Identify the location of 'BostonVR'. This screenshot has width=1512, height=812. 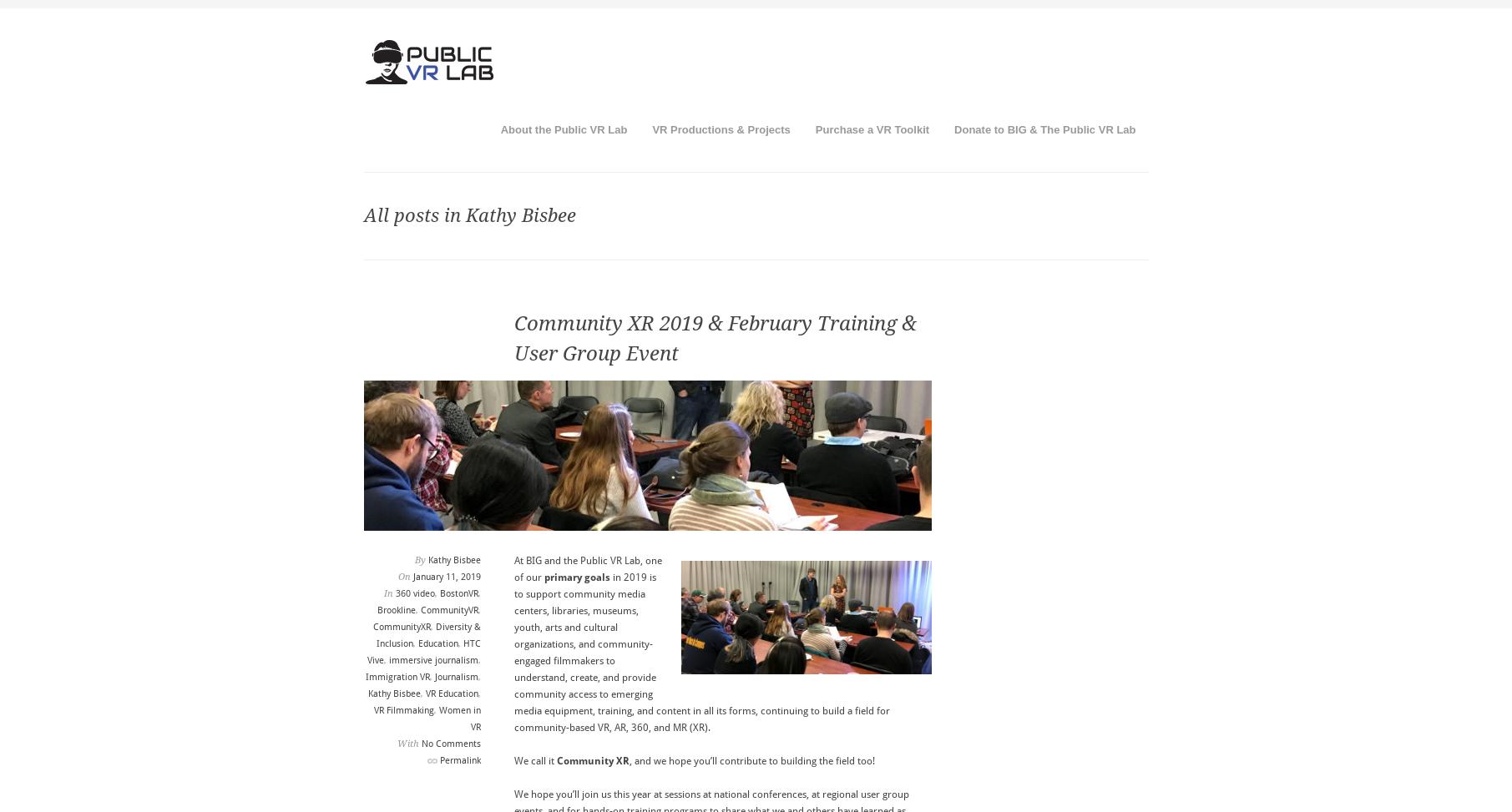
(457, 593).